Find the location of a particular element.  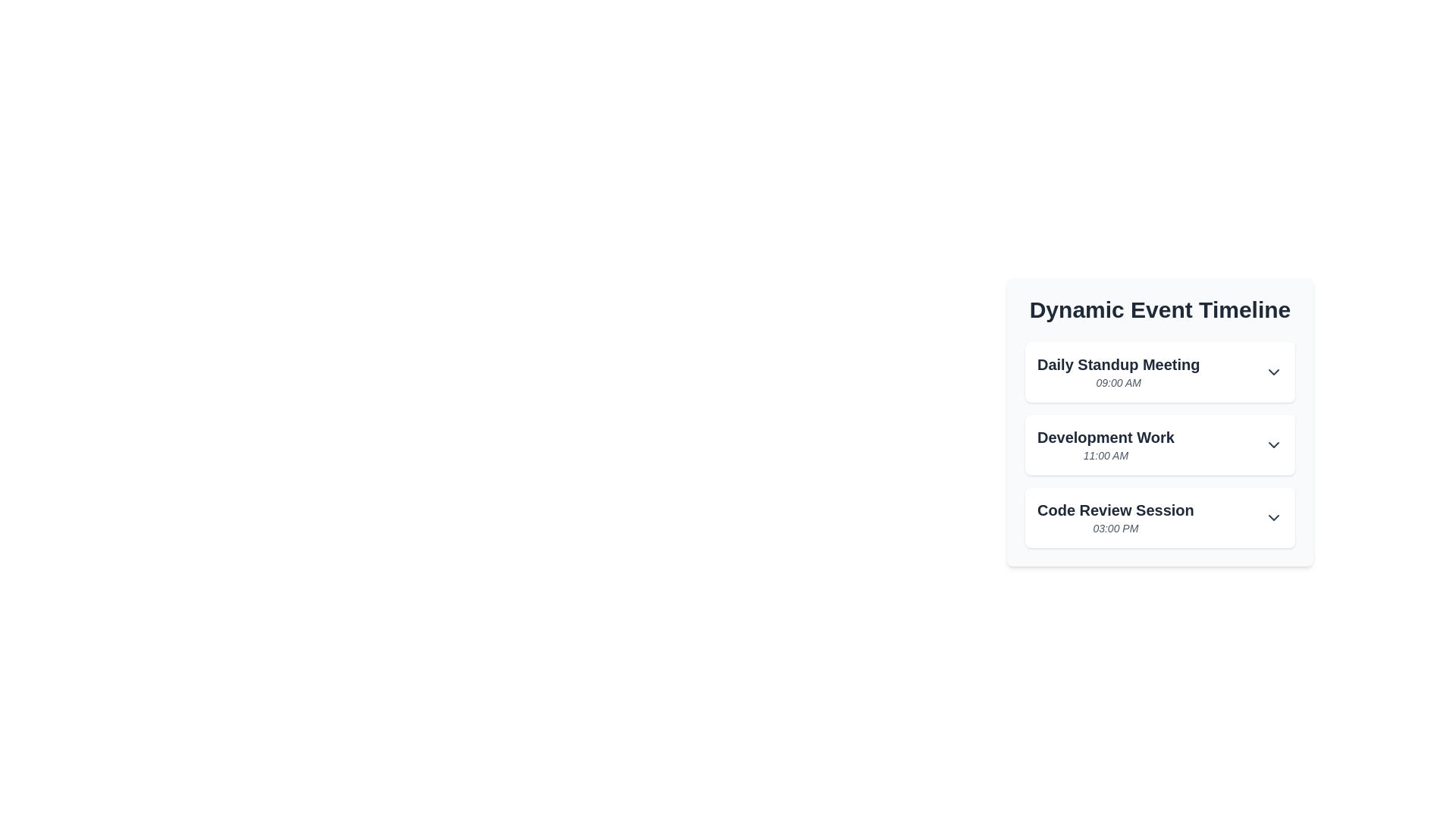

the text label in the second row of the 'Dynamic Event Timeline' which serves as a header for an event, positioned above the smaller text showing '11:00 AM' is located at coordinates (1106, 438).